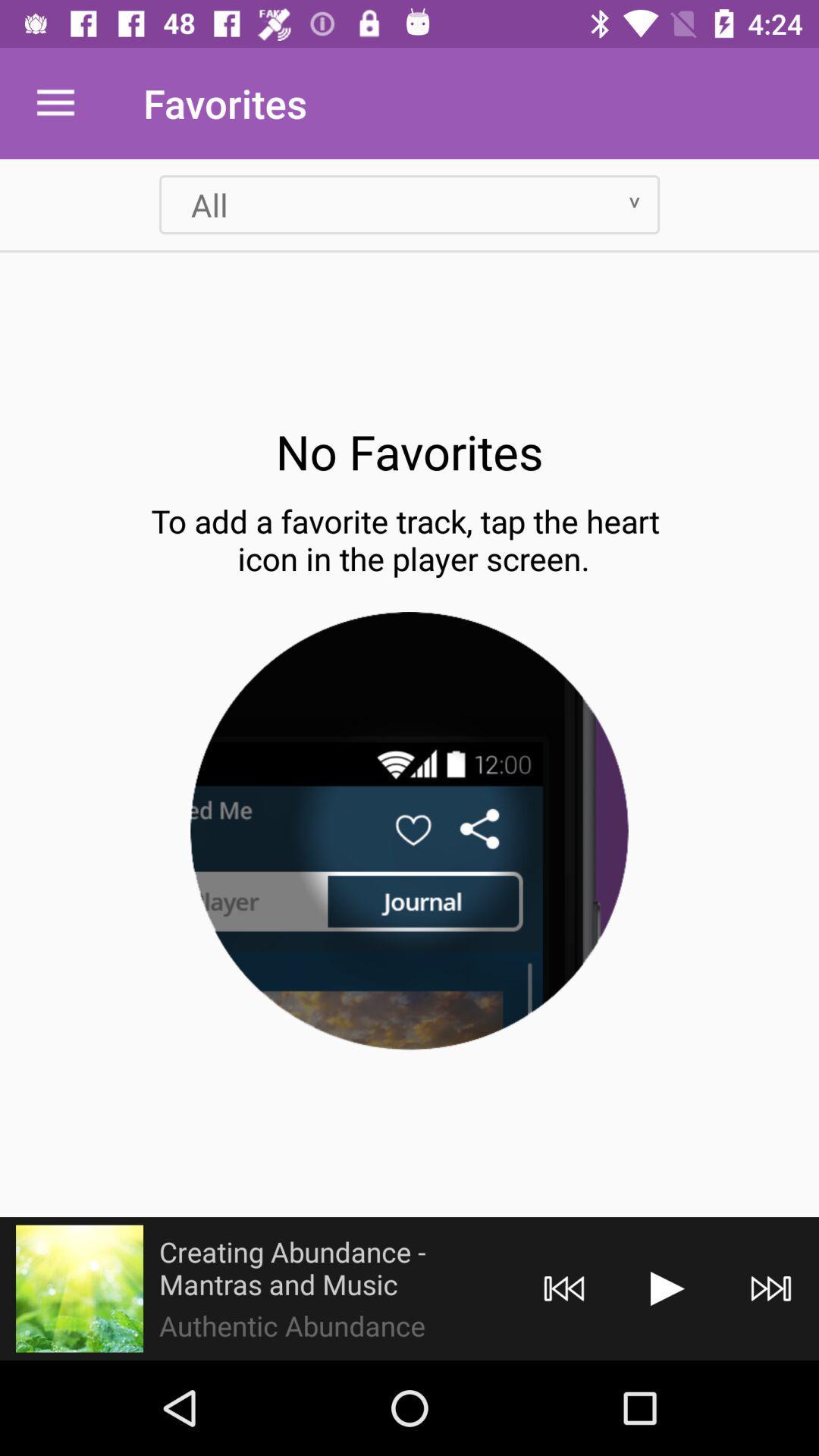  What do you see at coordinates (667, 1288) in the screenshot?
I see `music track` at bounding box center [667, 1288].